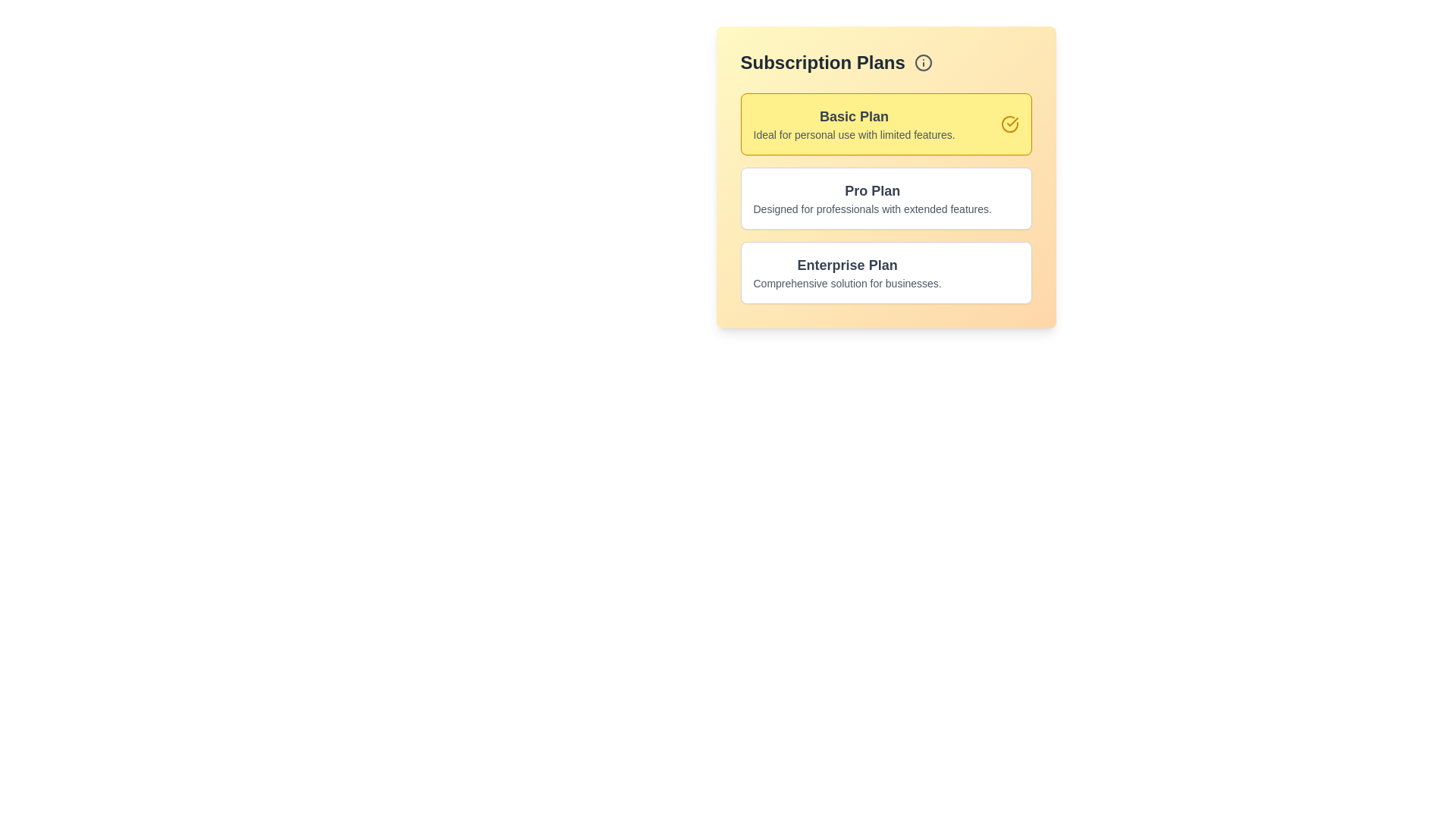 The width and height of the screenshot is (1456, 819). Describe the element at coordinates (872, 198) in the screenshot. I see `text content of the 'Pro Plan' text block, which features bold dark text and a smaller gray description underneath, located in the subscription plan selection interface` at that location.